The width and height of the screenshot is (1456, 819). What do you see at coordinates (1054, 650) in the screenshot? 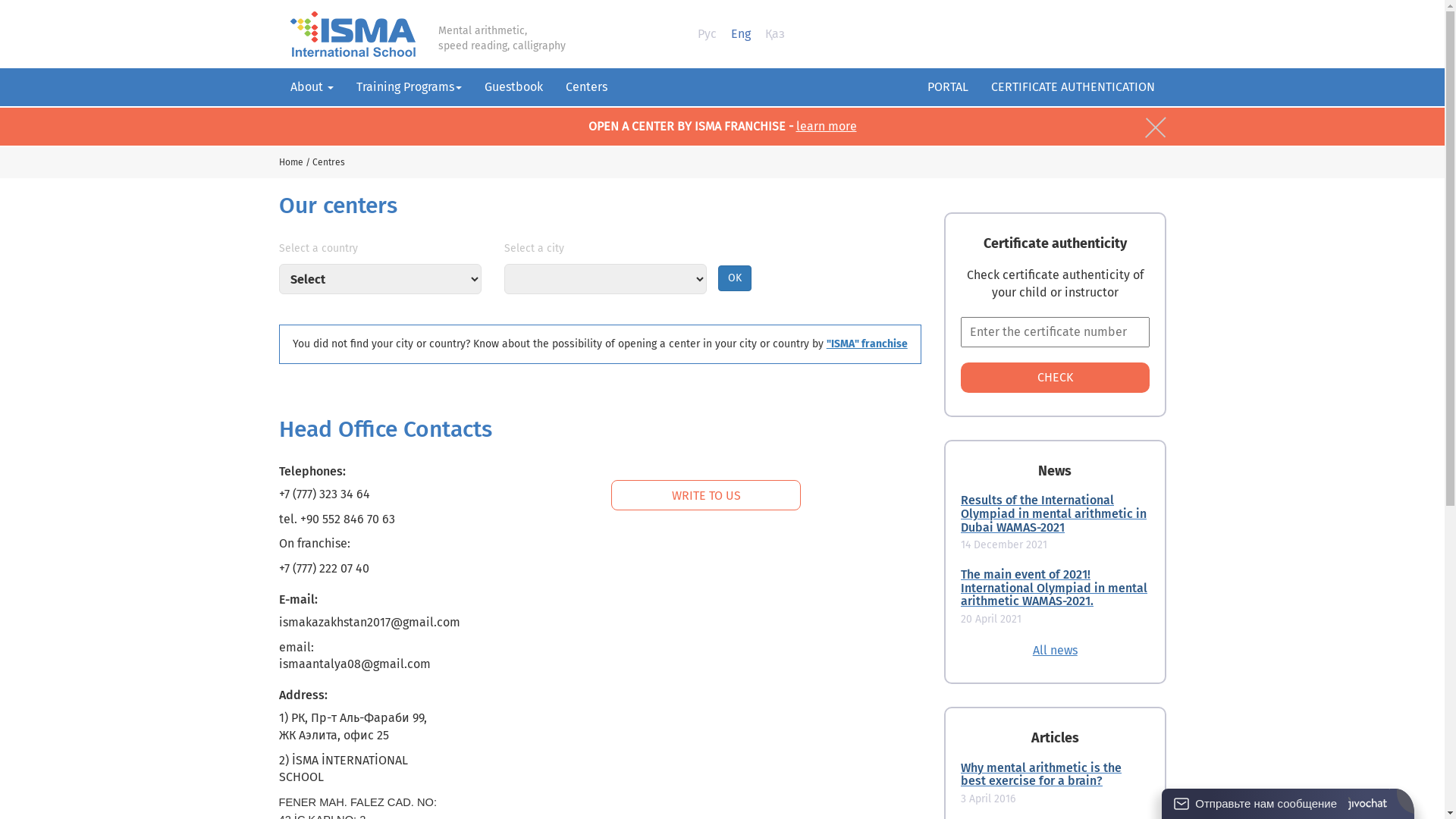
I see `'All news'` at bounding box center [1054, 650].